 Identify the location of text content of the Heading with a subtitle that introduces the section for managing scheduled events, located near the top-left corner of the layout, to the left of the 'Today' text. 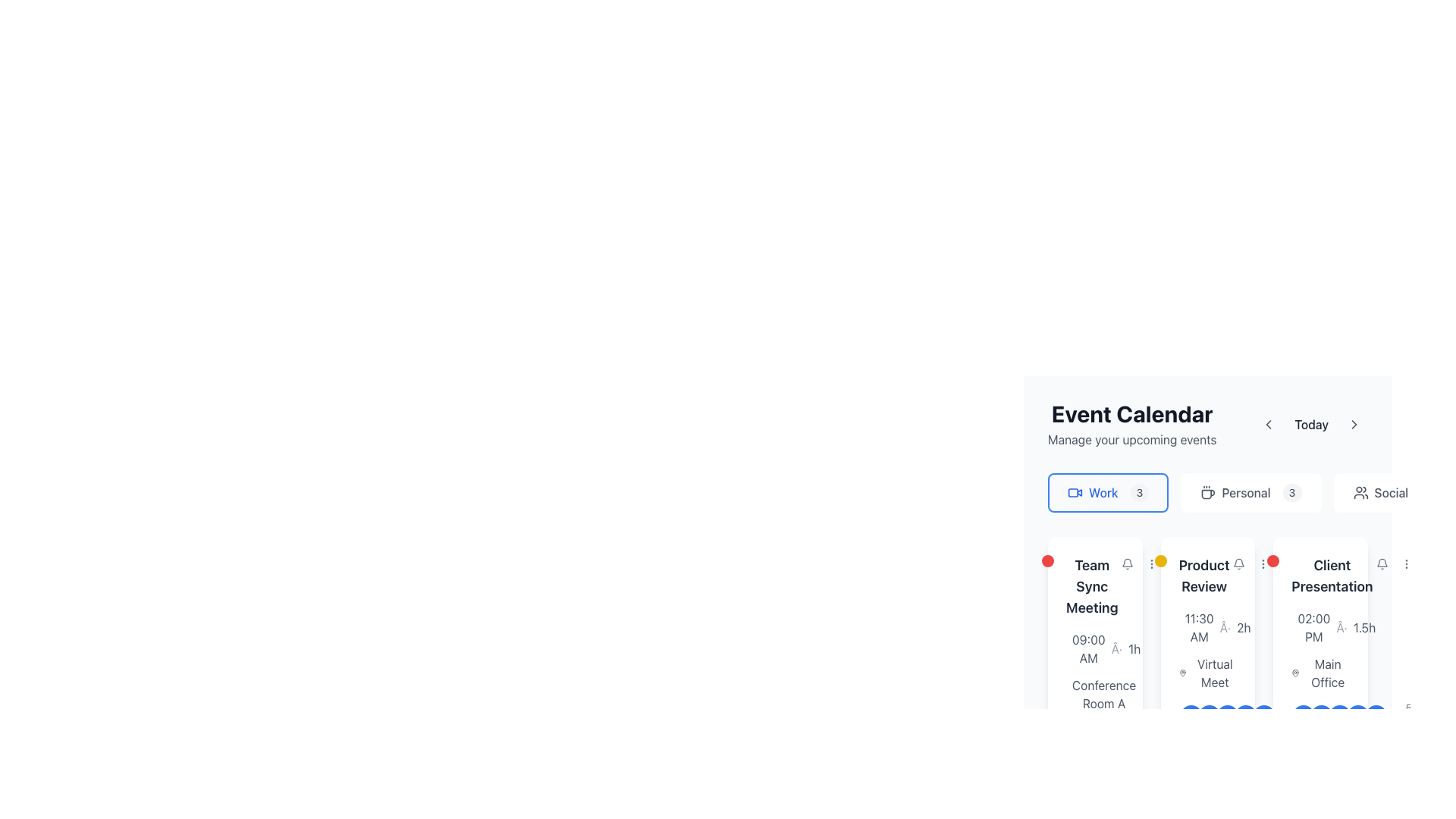
(1132, 424).